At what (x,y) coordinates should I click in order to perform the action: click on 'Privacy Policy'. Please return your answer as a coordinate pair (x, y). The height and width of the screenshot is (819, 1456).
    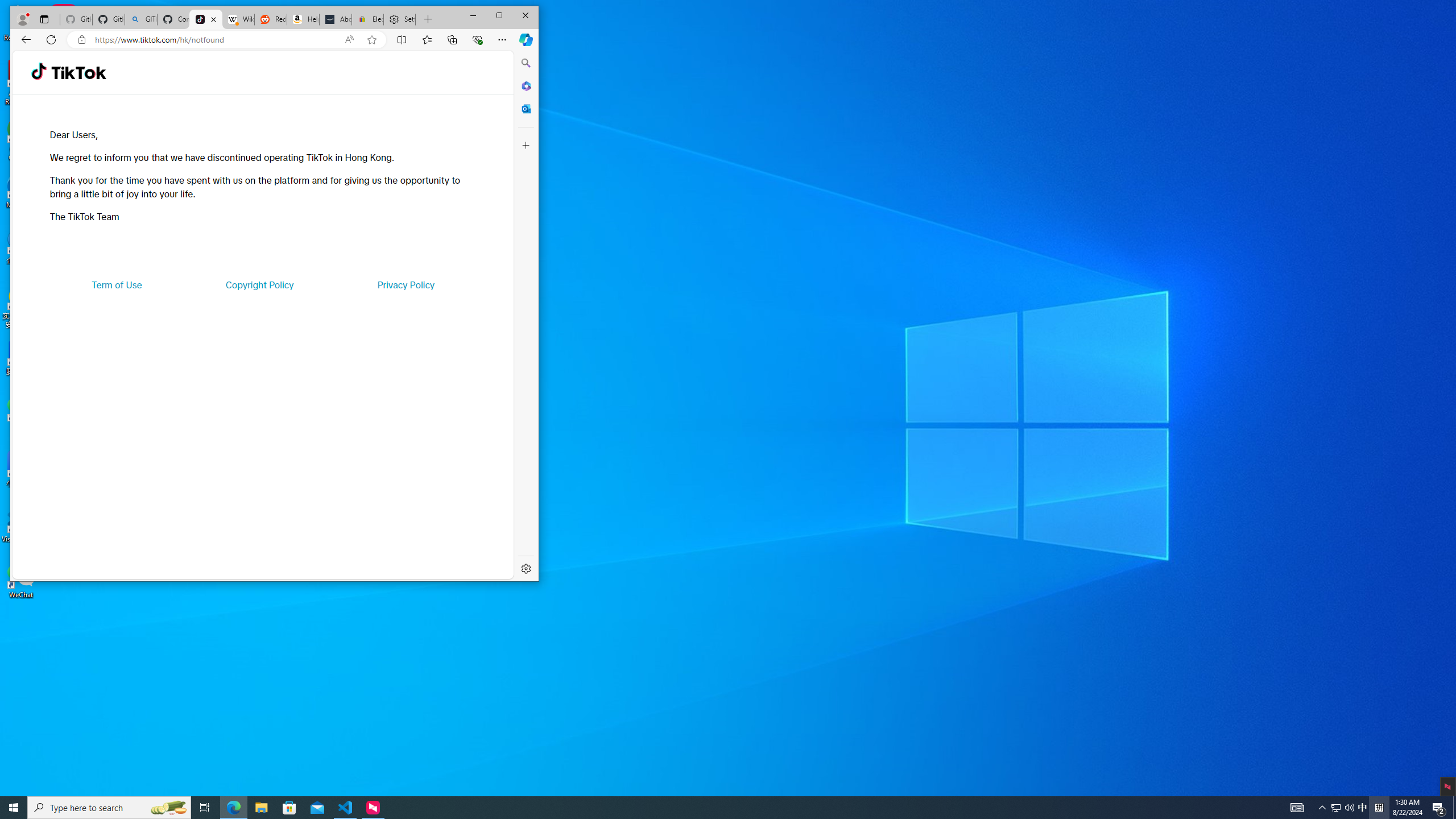
    Looking at the image, I should click on (405, 285).